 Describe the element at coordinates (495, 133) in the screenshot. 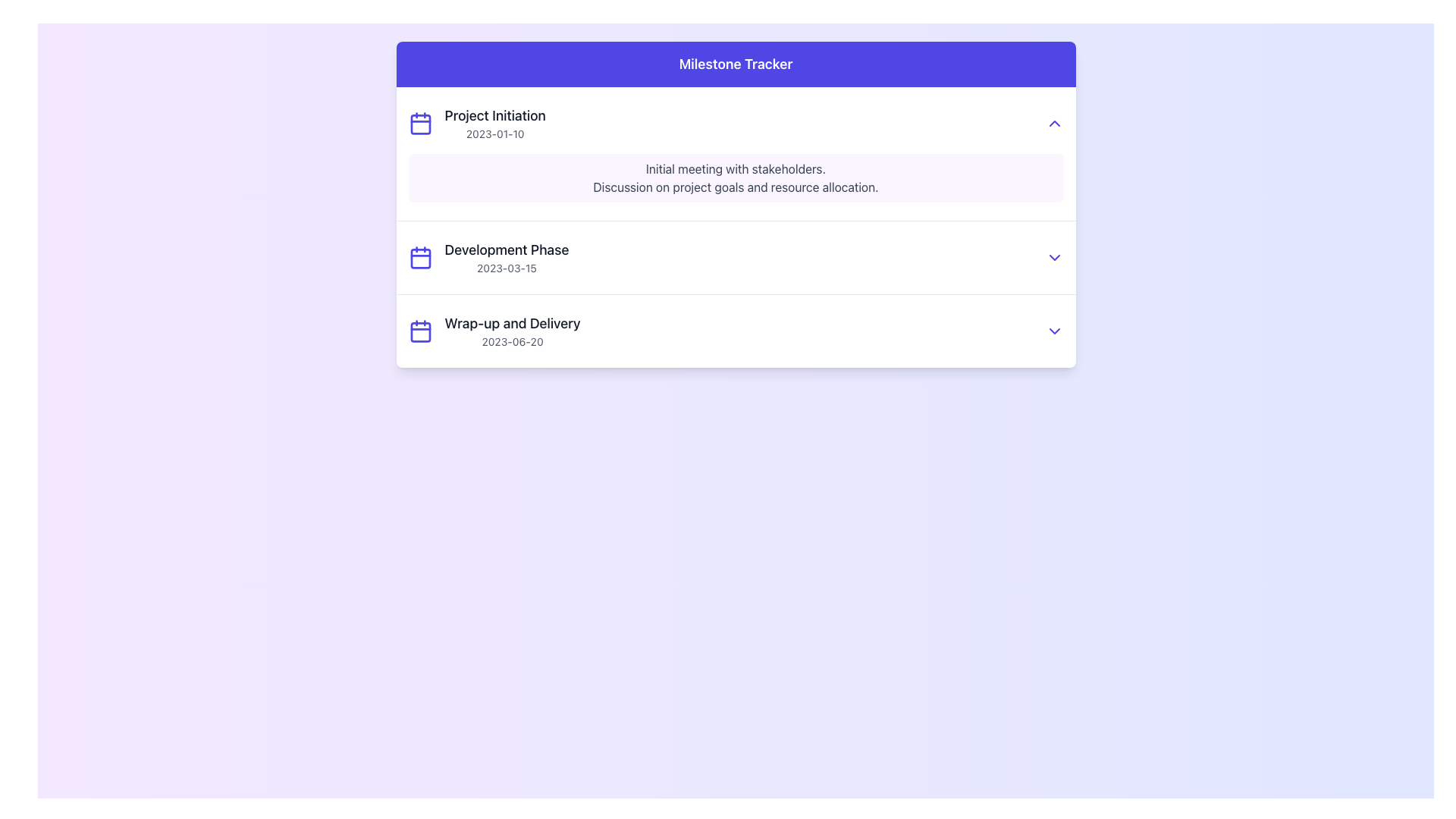

I see `the text label displaying the date '2023-01-10', which is located below the 'Project Initiation' label in the milestone tracker` at that location.